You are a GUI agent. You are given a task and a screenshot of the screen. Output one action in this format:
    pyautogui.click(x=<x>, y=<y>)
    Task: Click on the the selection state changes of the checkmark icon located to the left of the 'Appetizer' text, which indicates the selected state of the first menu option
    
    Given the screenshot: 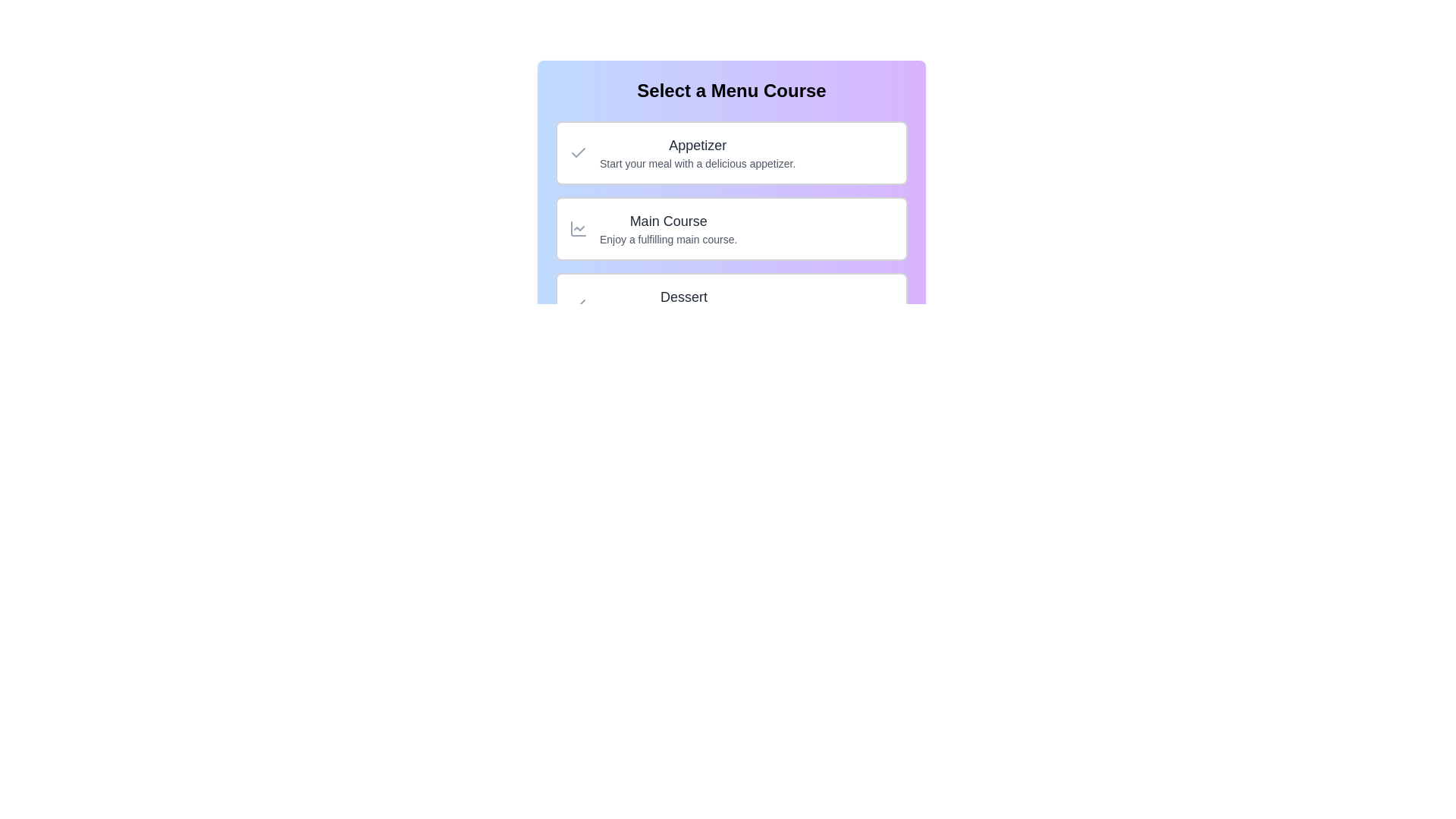 What is the action you would take?
    pyautogui.click(x=578, y=152)
    